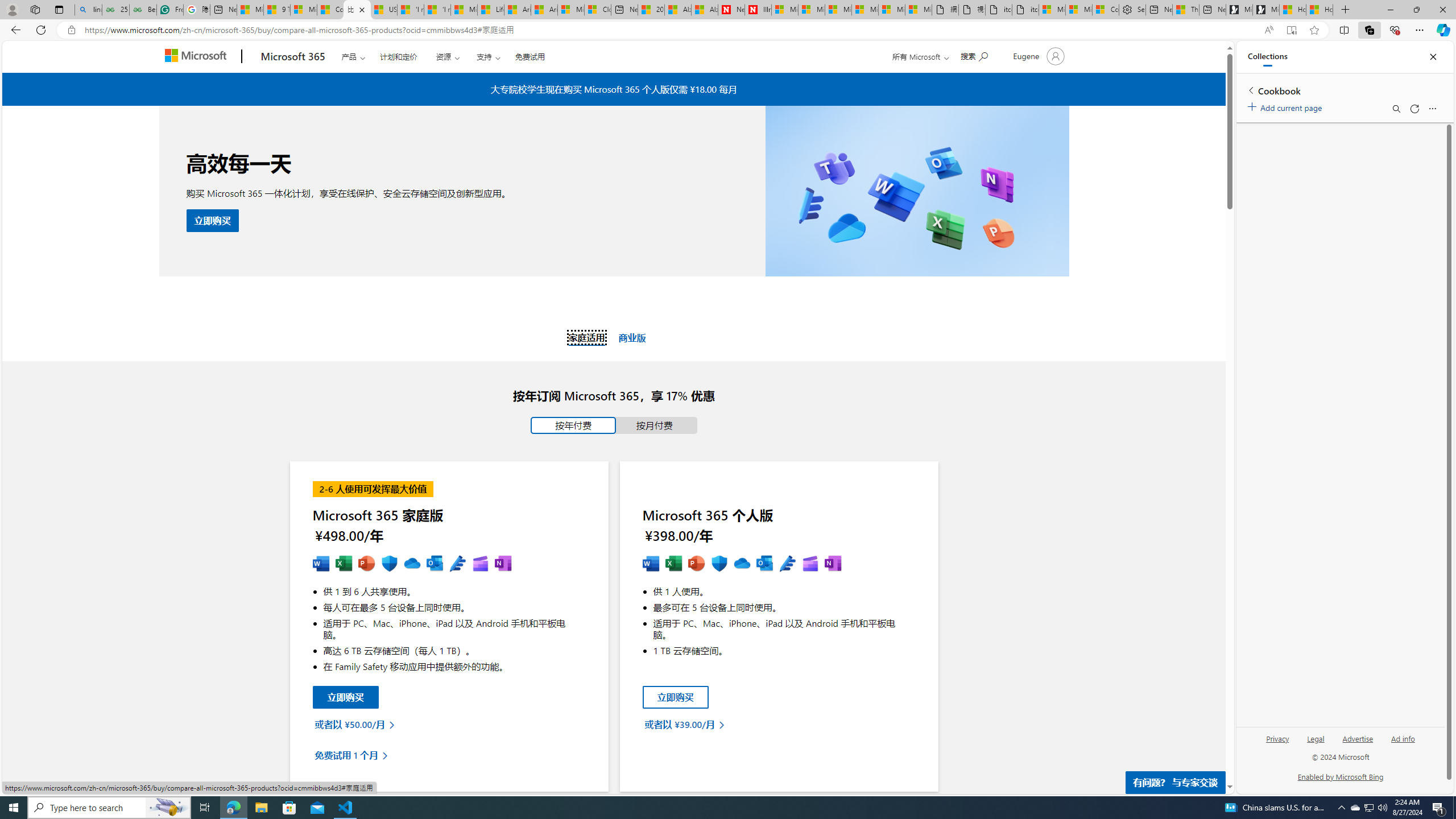 The width and height of the screenshot is (1456, 819). Describe the element at coordinates (491, 9) in the screenshot. I see `'Lifestyle - MSN'` at that location.